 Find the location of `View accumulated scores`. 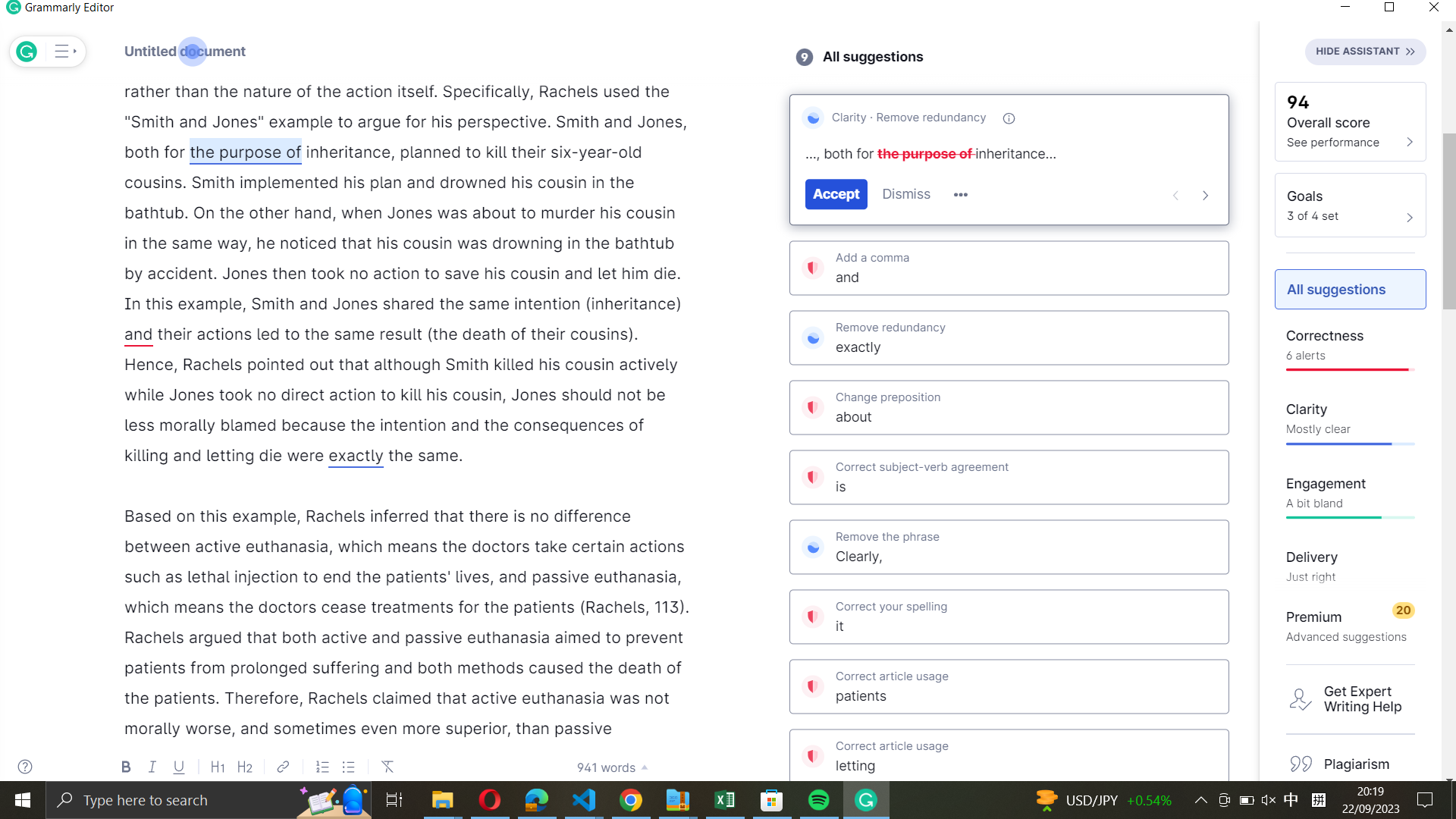

View accumulated scores is located at coordinates (1350, 120).